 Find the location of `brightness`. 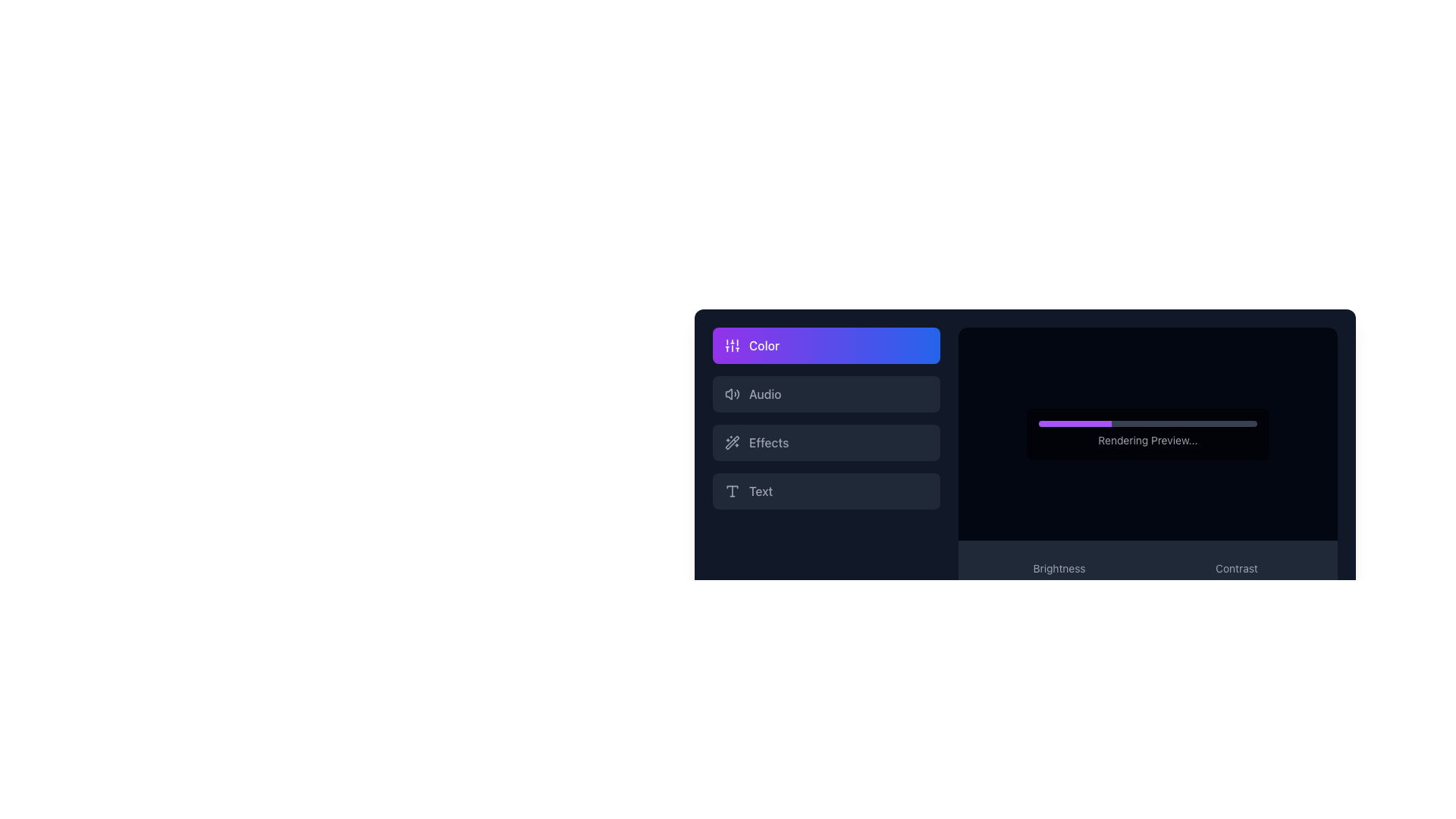

brightness is located at coordinates (1060, 588).